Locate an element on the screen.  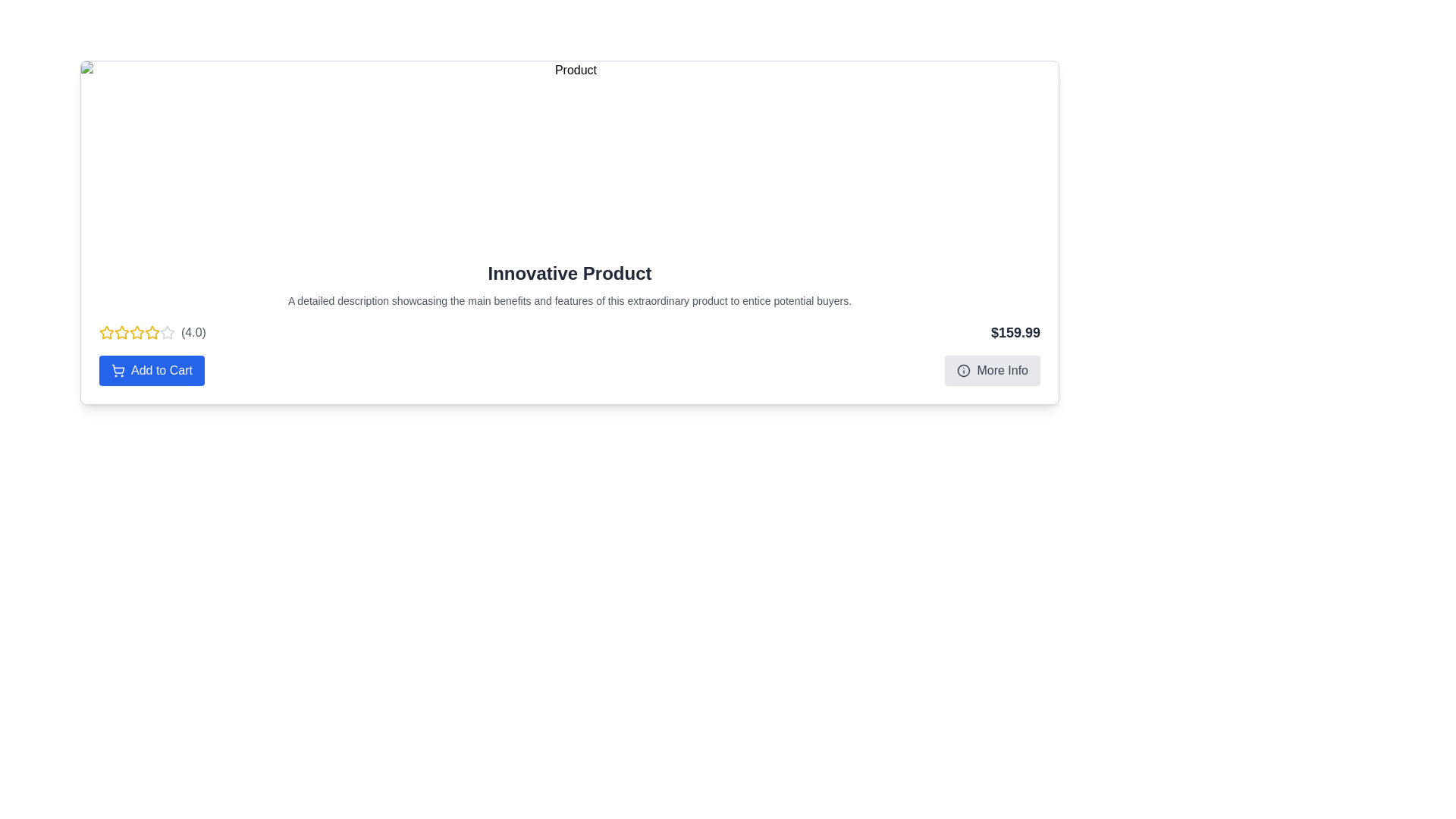
the circular 'info' icon within the 'More Info' button located at the right end of the card layout is located at coordinates (963, 371).